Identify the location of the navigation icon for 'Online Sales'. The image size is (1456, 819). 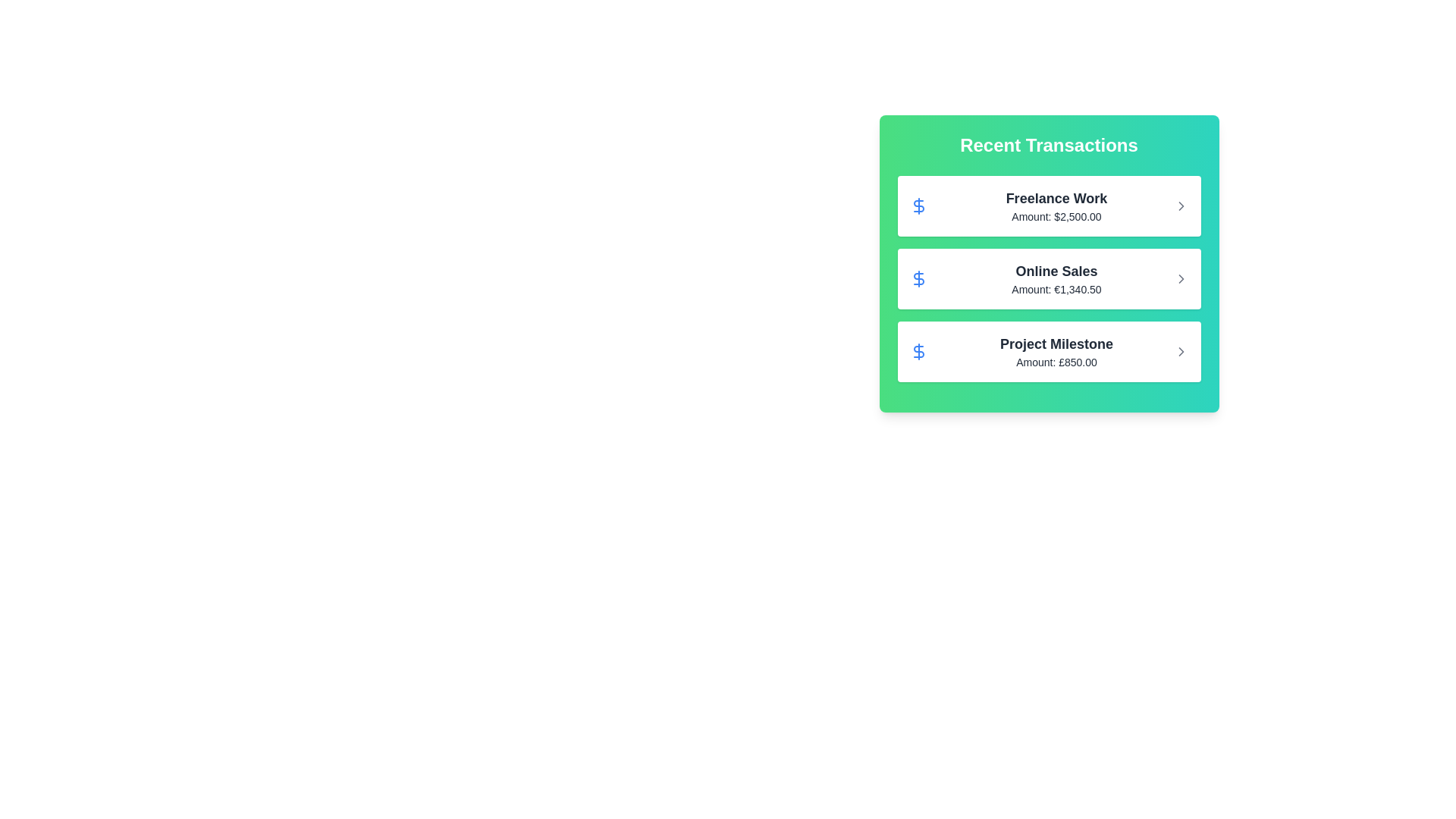
(1180, 278).